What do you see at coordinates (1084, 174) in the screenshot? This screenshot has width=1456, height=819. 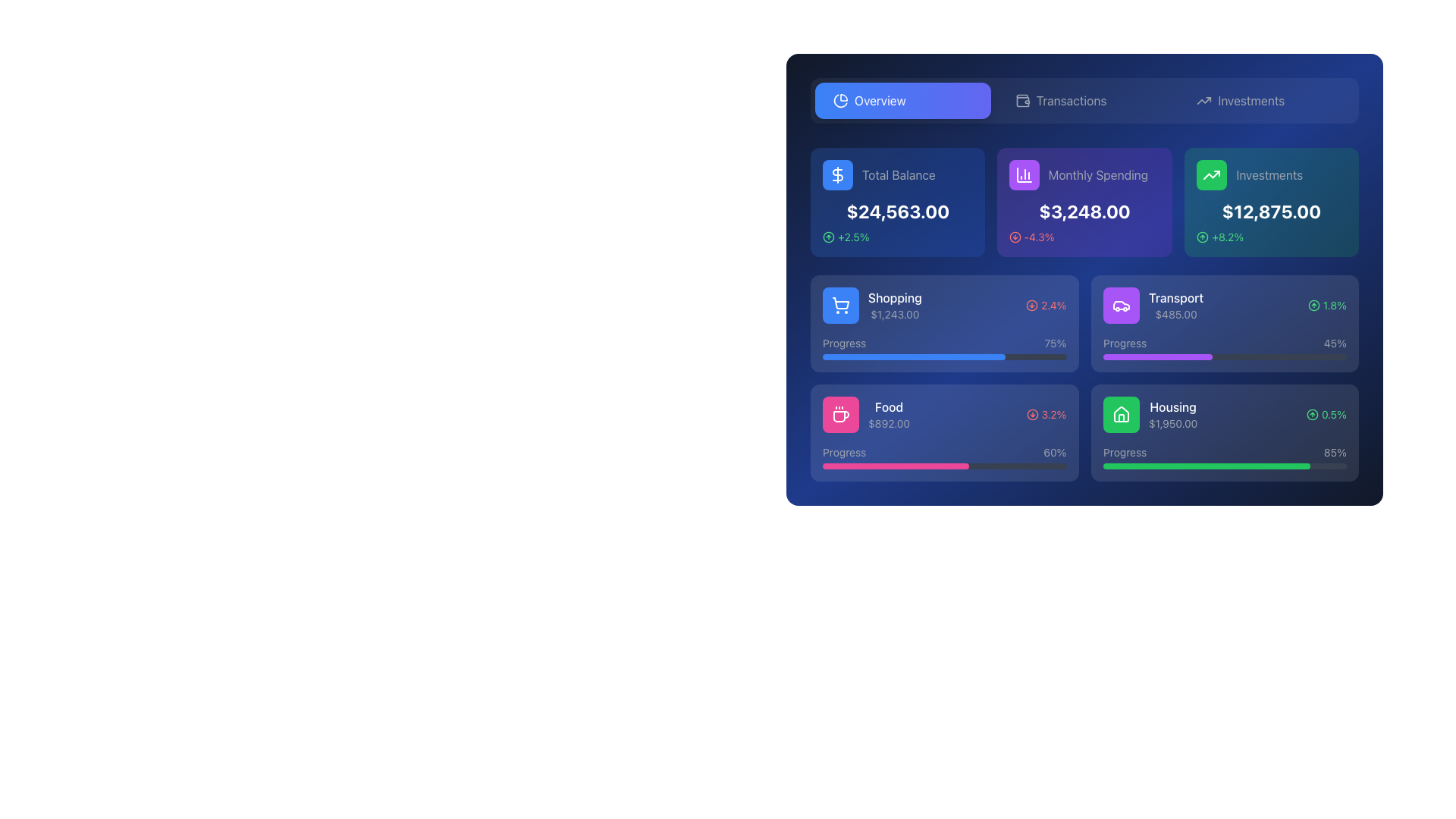 I see `header text 'Monthly Spending' located in the upper part of the card with a vibrant purple icon on the left, positioned between the 'Total Balance' and 'Investments' cards` at bounding box center [1084, 174].